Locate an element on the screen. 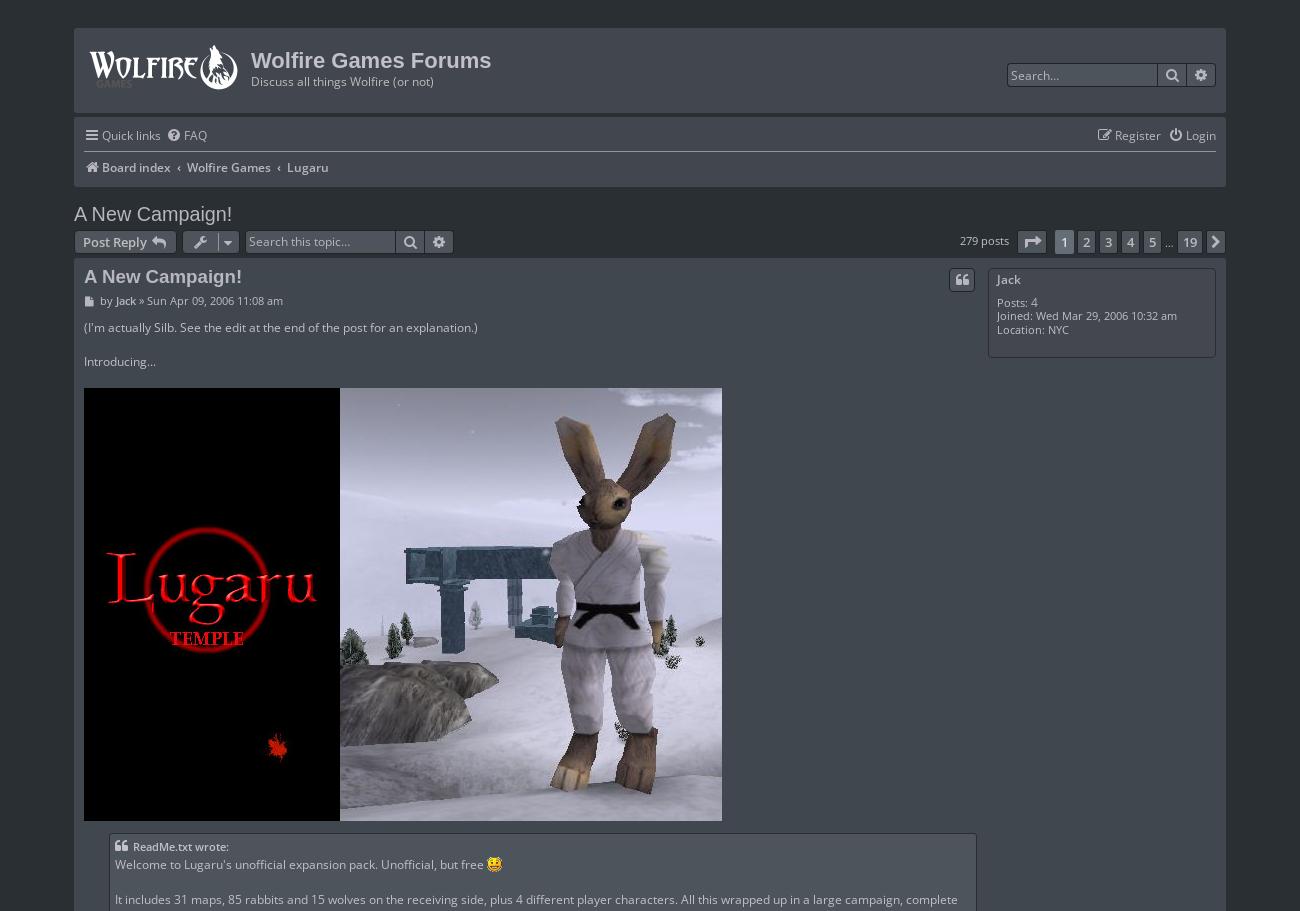  '5' is located at coordinates (1152, 240).